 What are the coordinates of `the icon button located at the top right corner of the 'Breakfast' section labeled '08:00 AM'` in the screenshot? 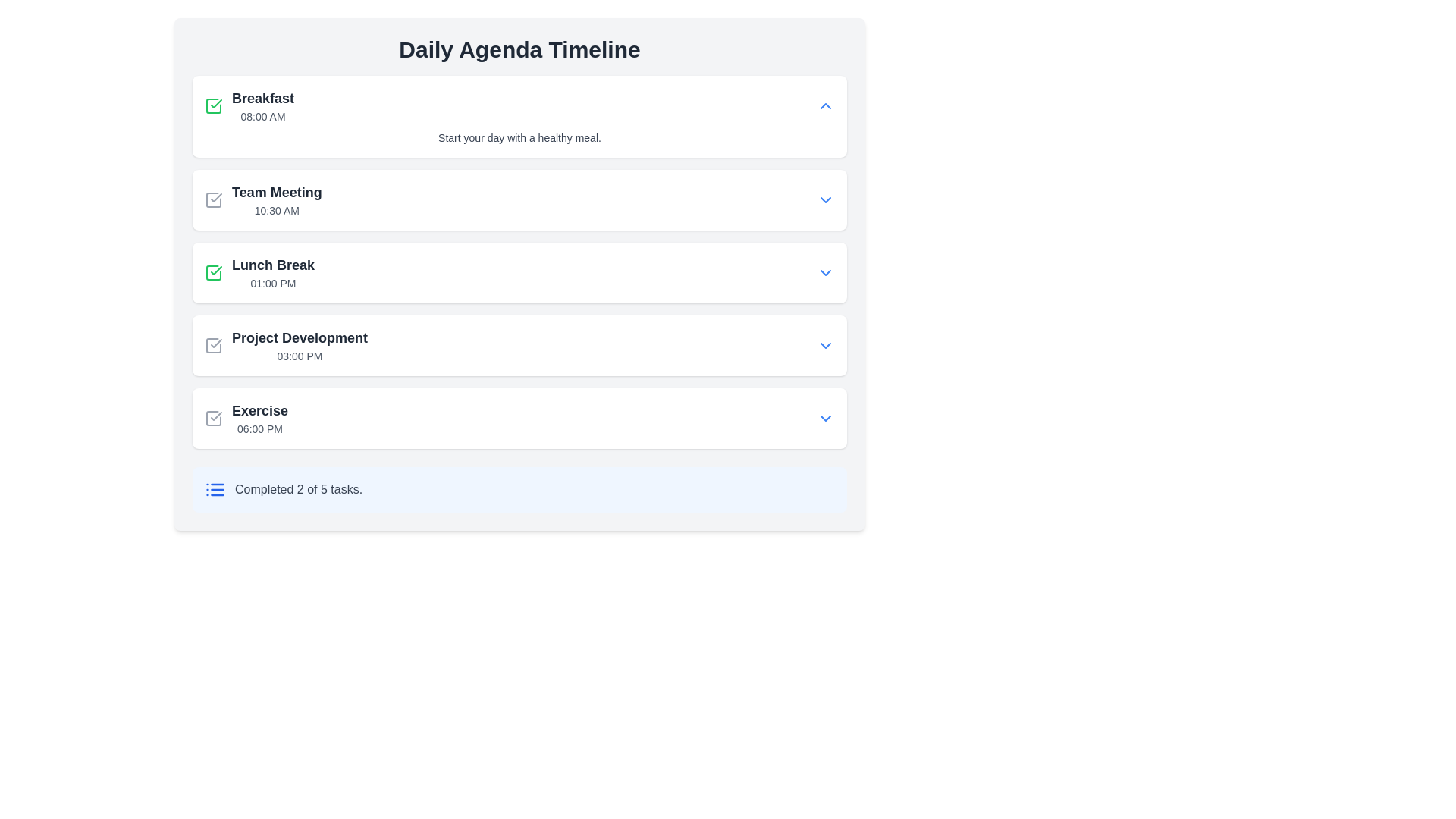 It's located at (825, 105).